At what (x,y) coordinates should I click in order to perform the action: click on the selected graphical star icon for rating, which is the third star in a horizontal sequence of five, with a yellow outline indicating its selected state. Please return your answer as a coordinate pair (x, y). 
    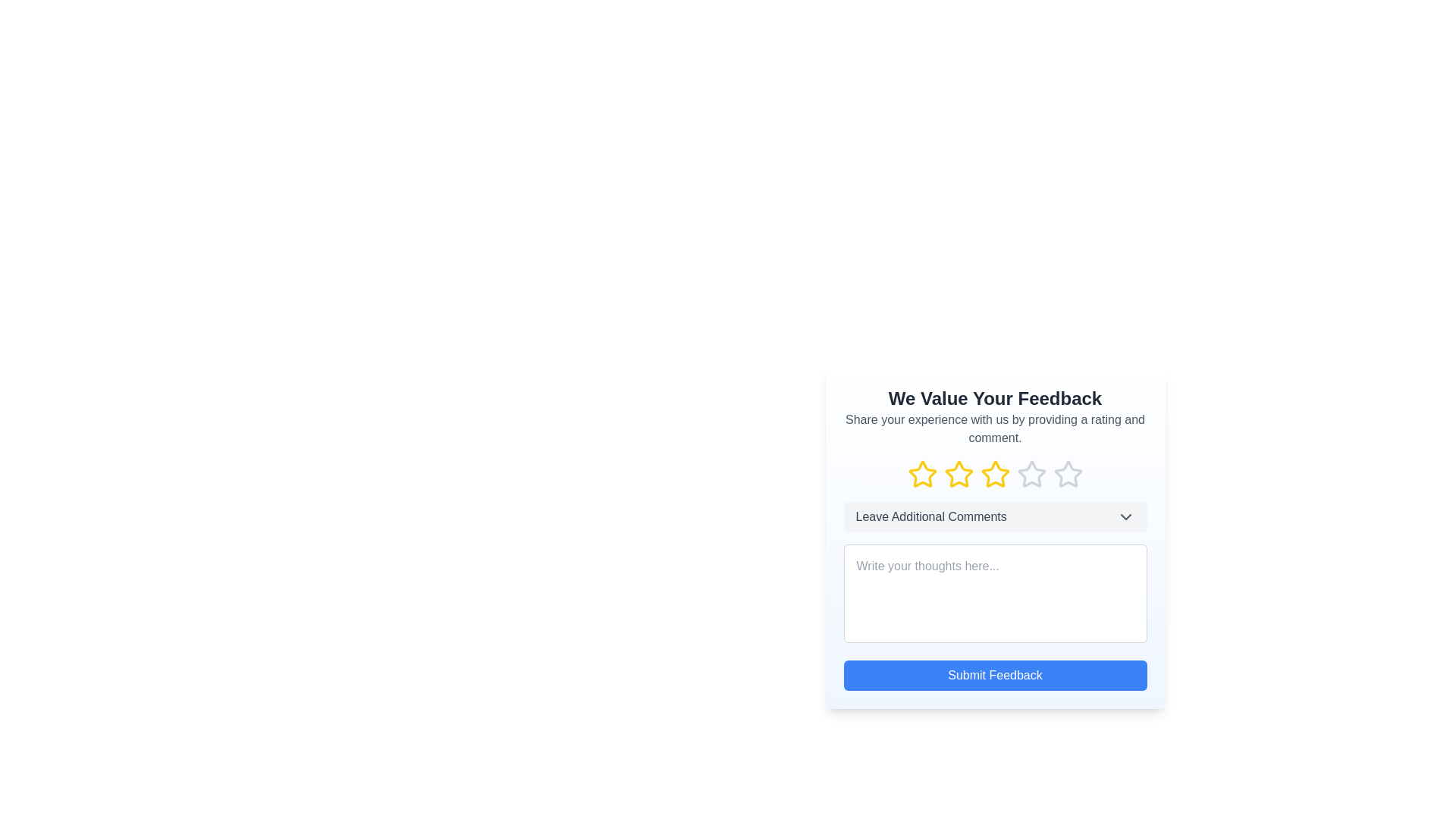
    Looking at the image, I should click on (958, 473).